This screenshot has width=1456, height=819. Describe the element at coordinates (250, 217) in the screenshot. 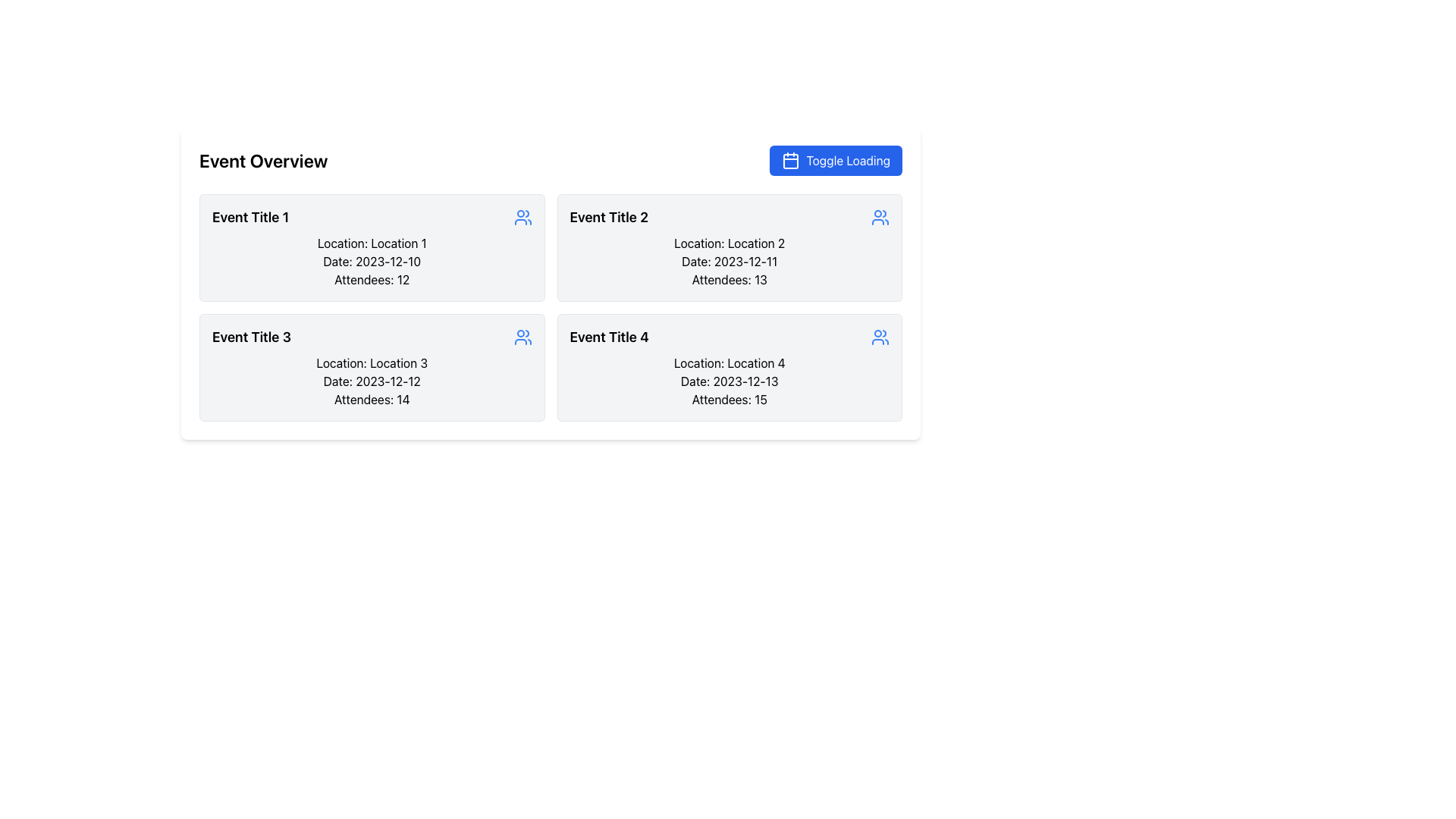

I see `the static text label displaying the name or title of the event, located in the top-left corner of the first event card in the event overview interface` at that location.